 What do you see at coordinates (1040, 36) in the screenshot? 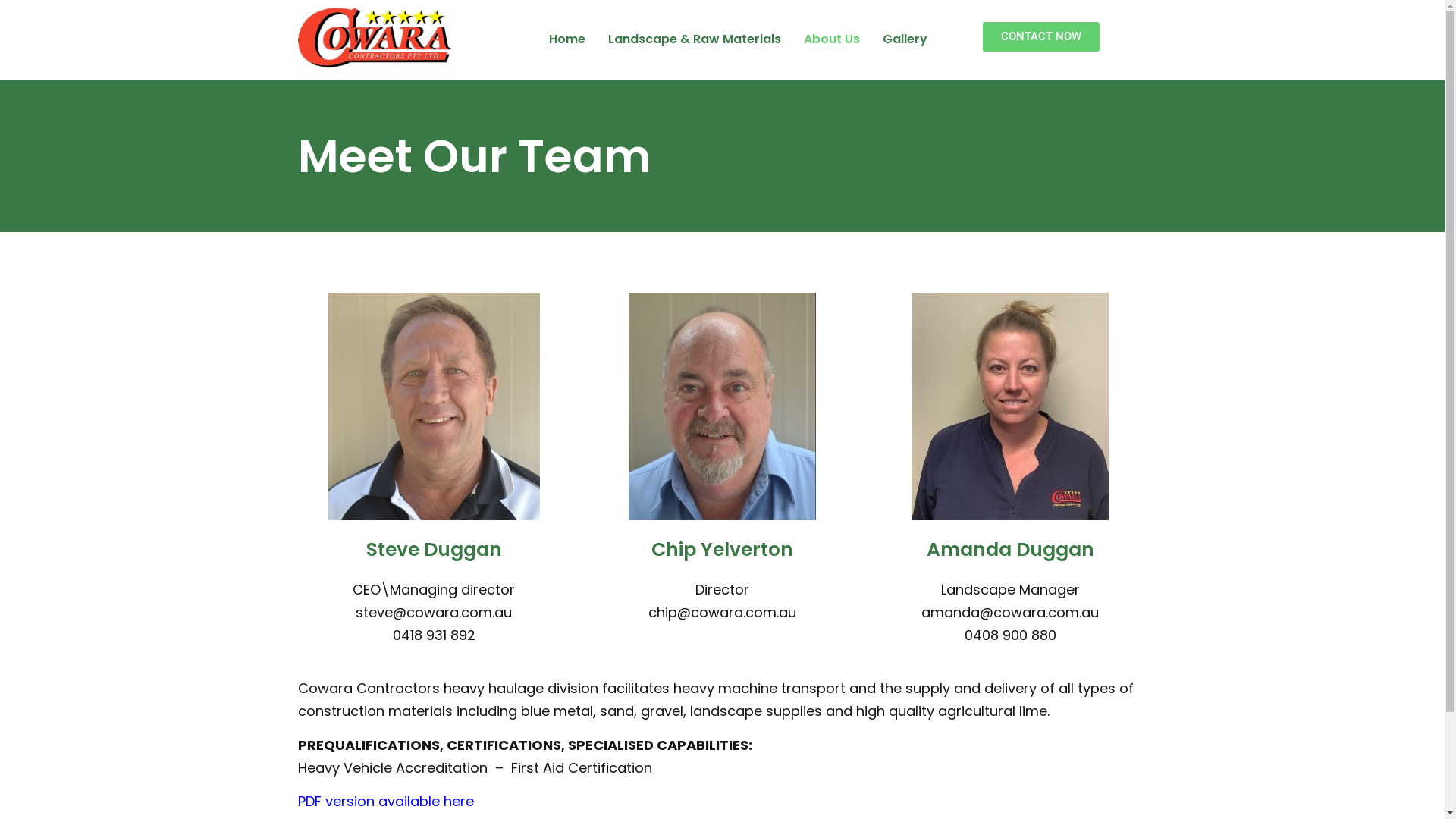
I see `'CONTACT NOW'` at bounding box center [1040, 36].